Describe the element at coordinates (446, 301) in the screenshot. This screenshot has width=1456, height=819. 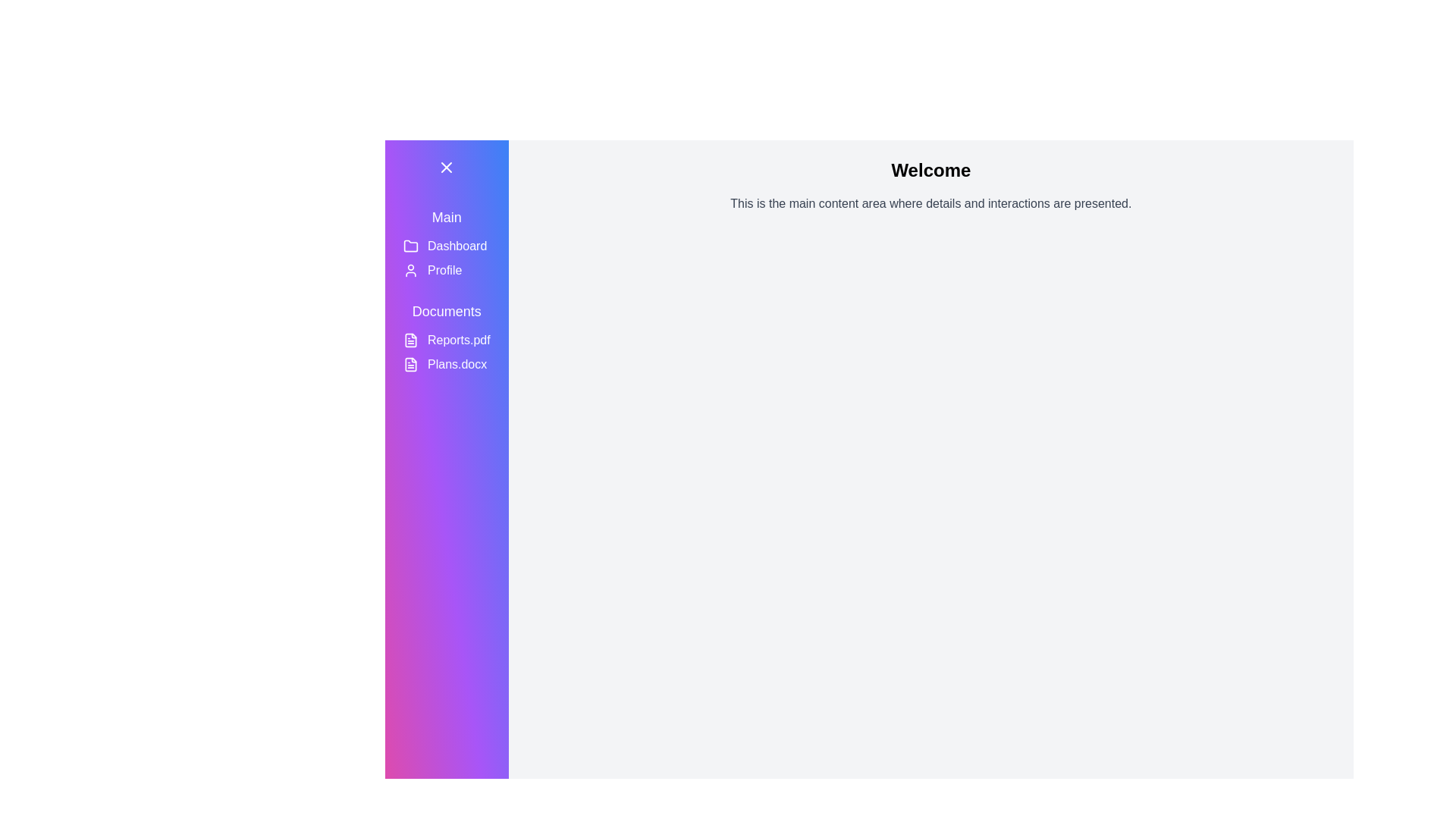
I see `section heading Text label located in the vertical navigation menu, positioned below the 'Profile' entry and above 'Reports.pdf' and 'Plans.docx'` at that location.